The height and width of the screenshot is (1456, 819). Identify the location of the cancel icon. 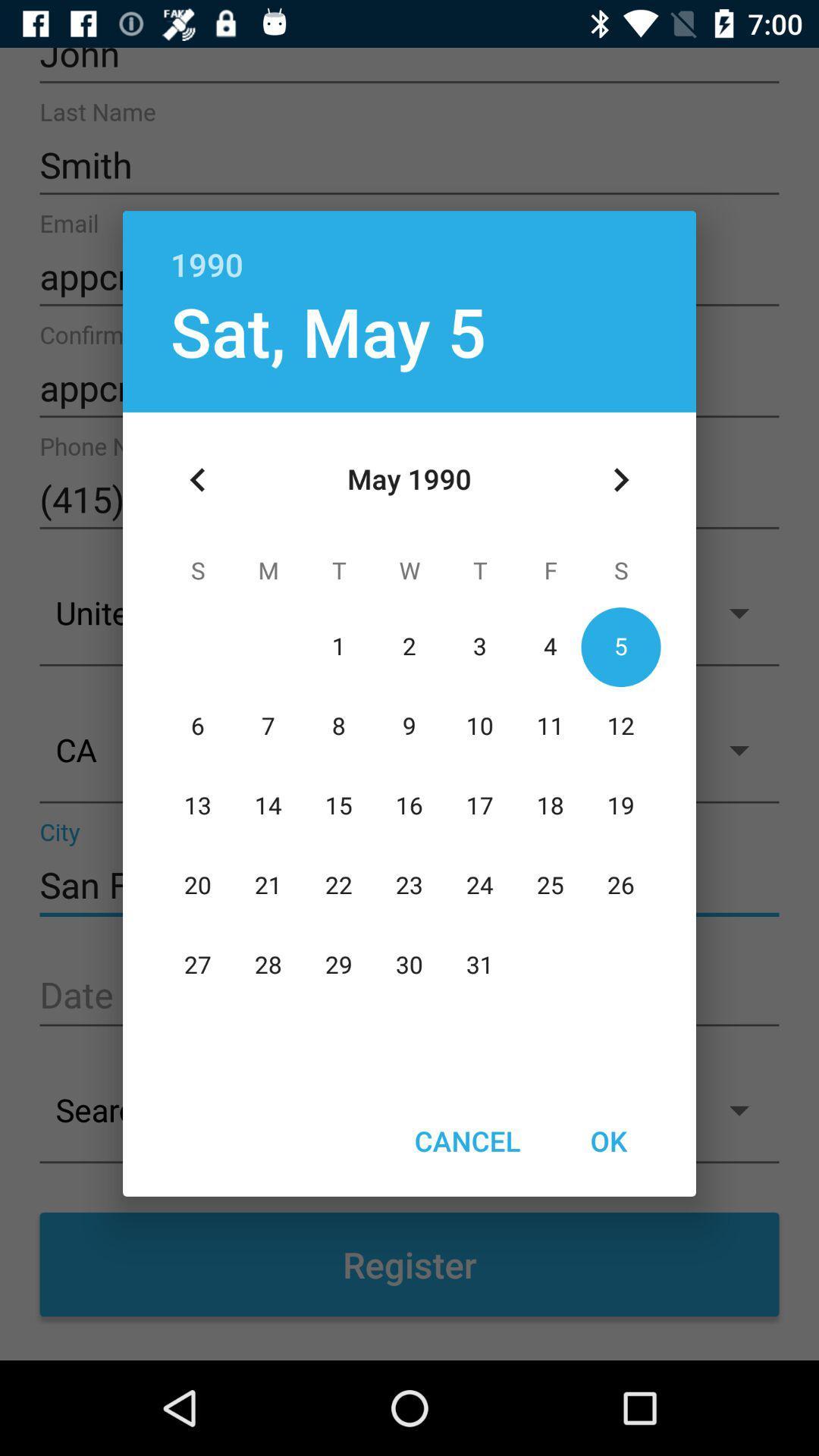
(466, 1141).